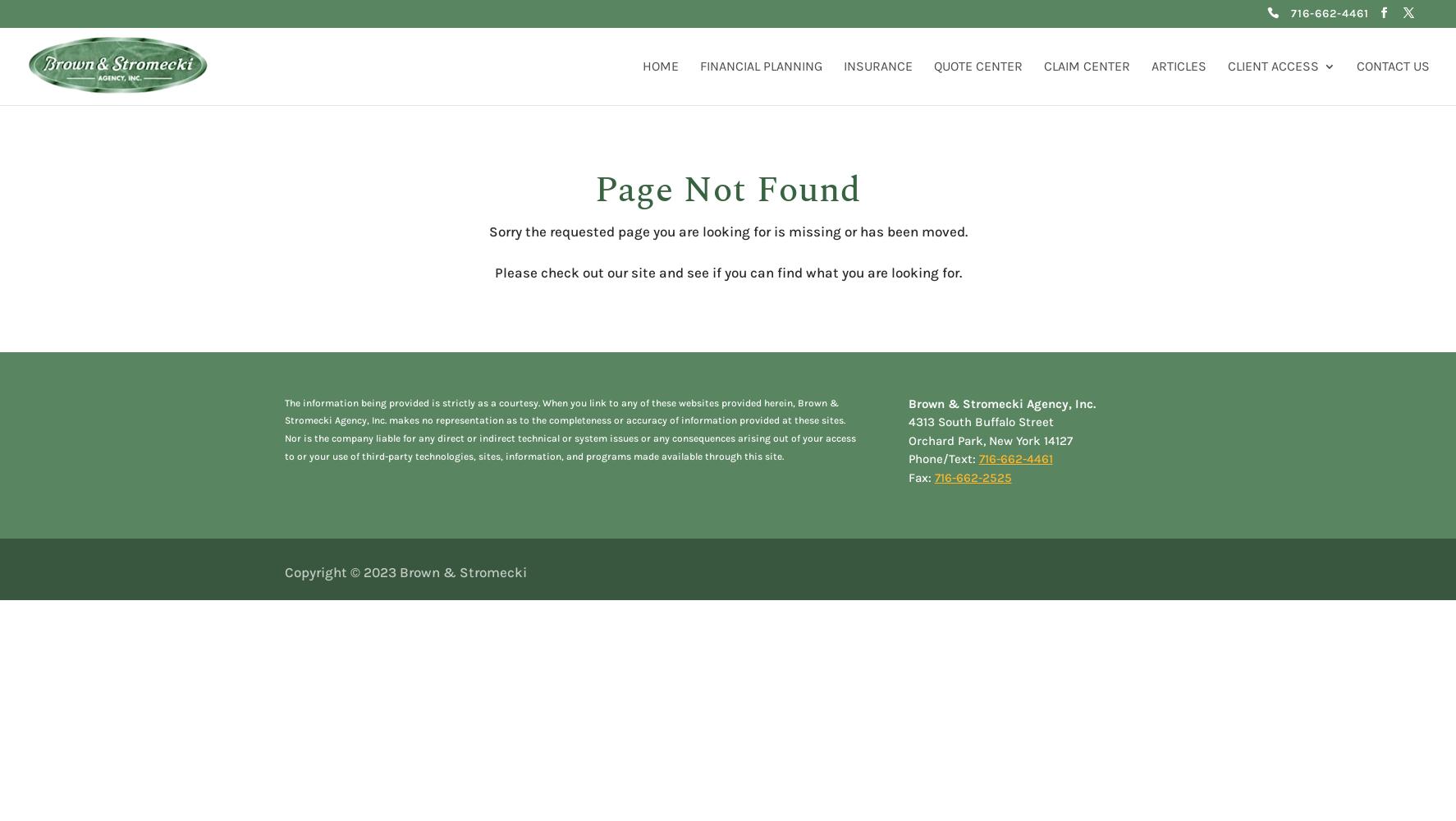  I want to click on 'Claim Center', so click(1042, 65).